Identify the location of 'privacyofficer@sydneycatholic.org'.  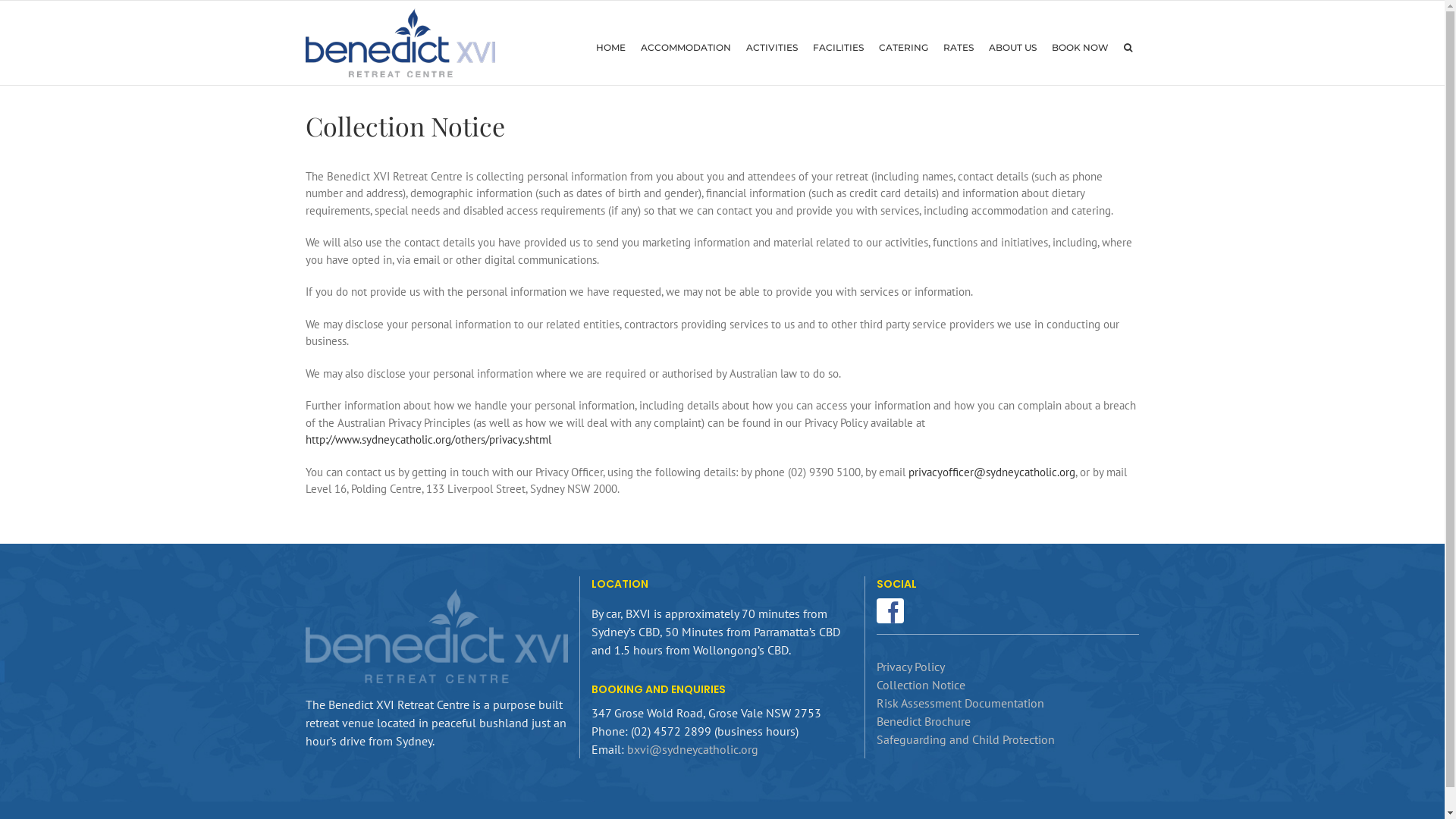
(991, 471).